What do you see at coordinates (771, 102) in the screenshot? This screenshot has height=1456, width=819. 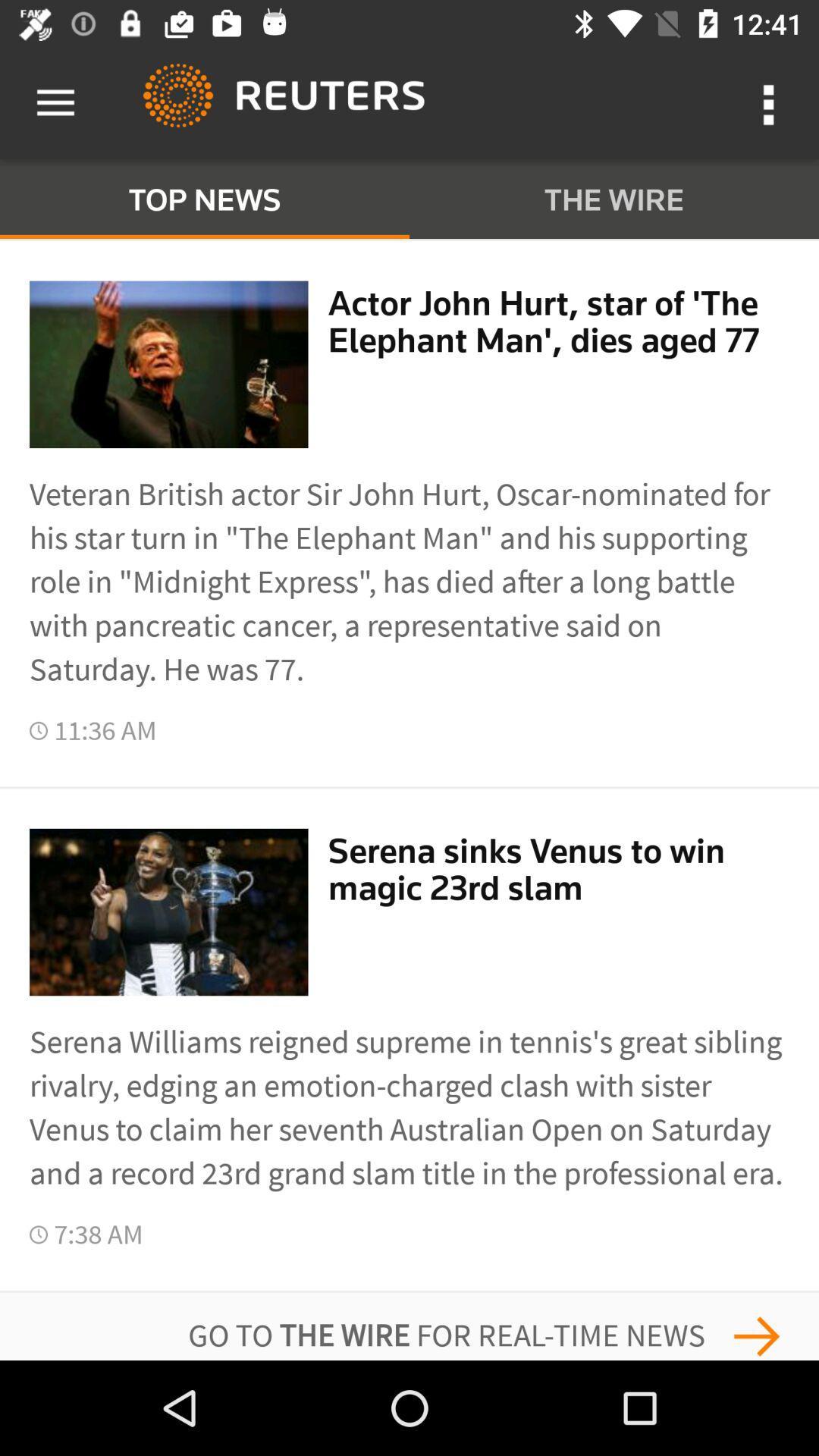 I see `item above the the wire icon` at bounding box center [771, 102].